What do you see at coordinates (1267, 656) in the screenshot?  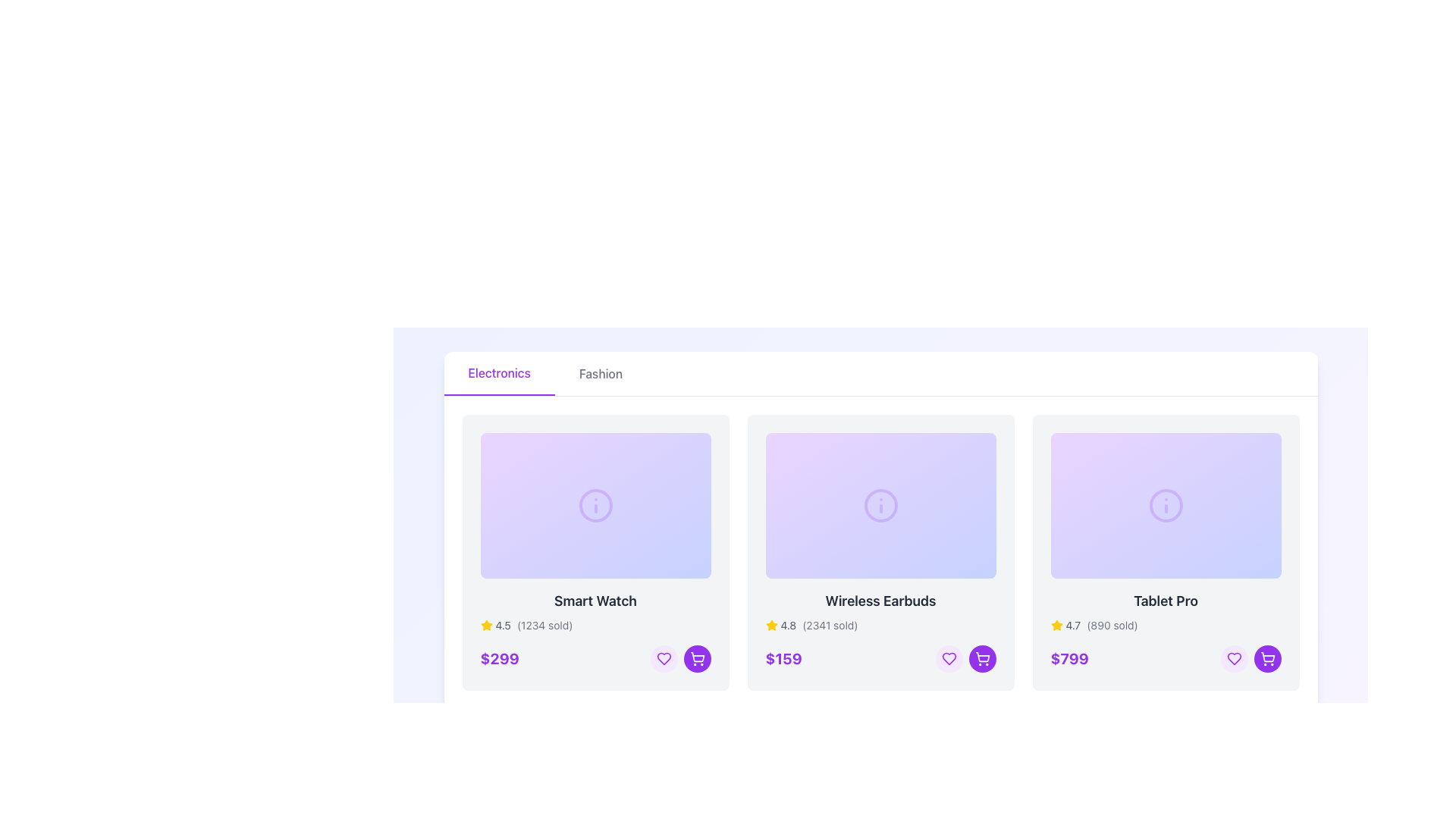 I see `the shopping cart icon component located at the bottom right corner of the 'Tablet Pro' product card` at bounding box center [1267, 656].